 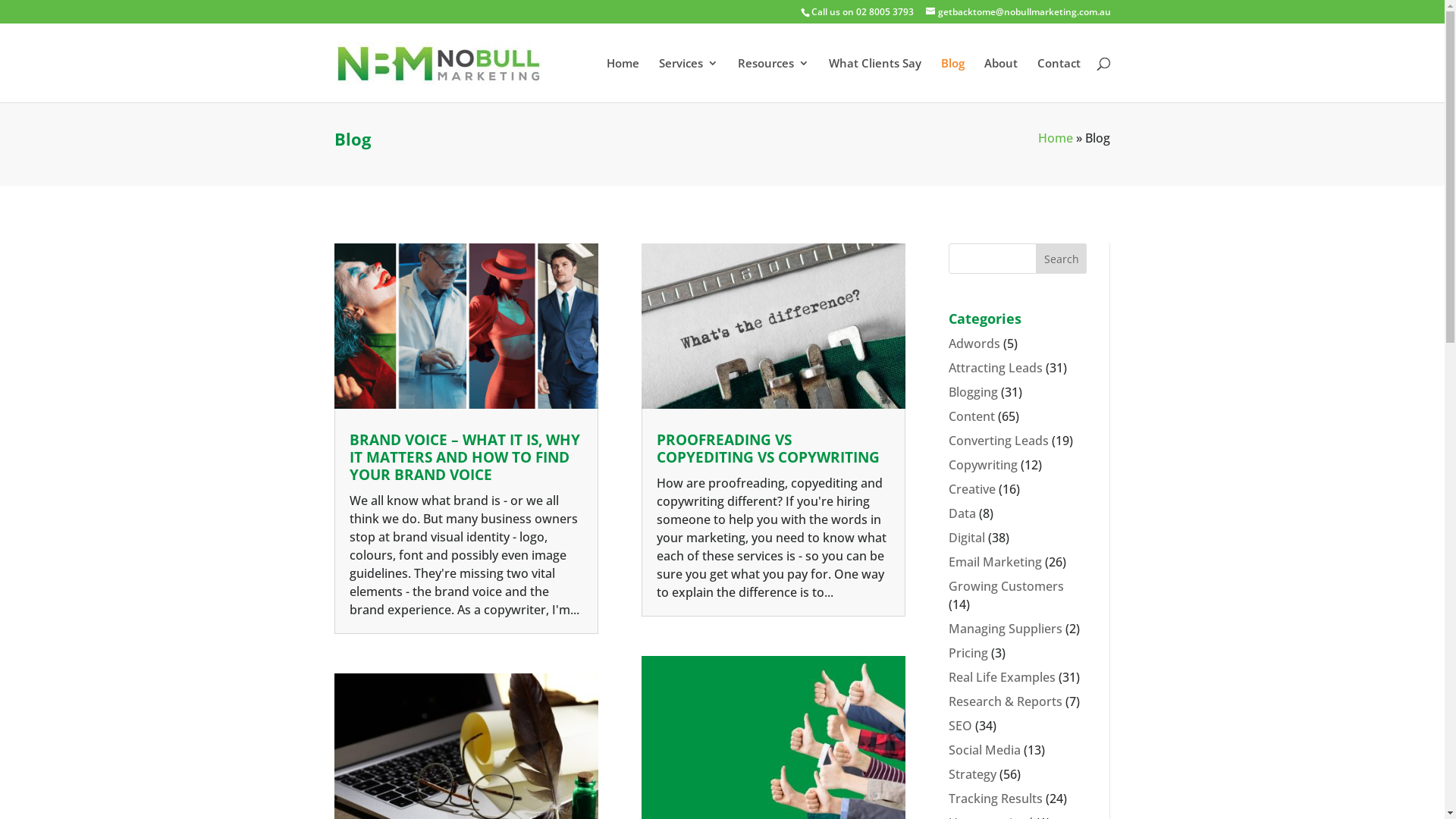 I want to click on 'Resources', so click(x=772, y=80).